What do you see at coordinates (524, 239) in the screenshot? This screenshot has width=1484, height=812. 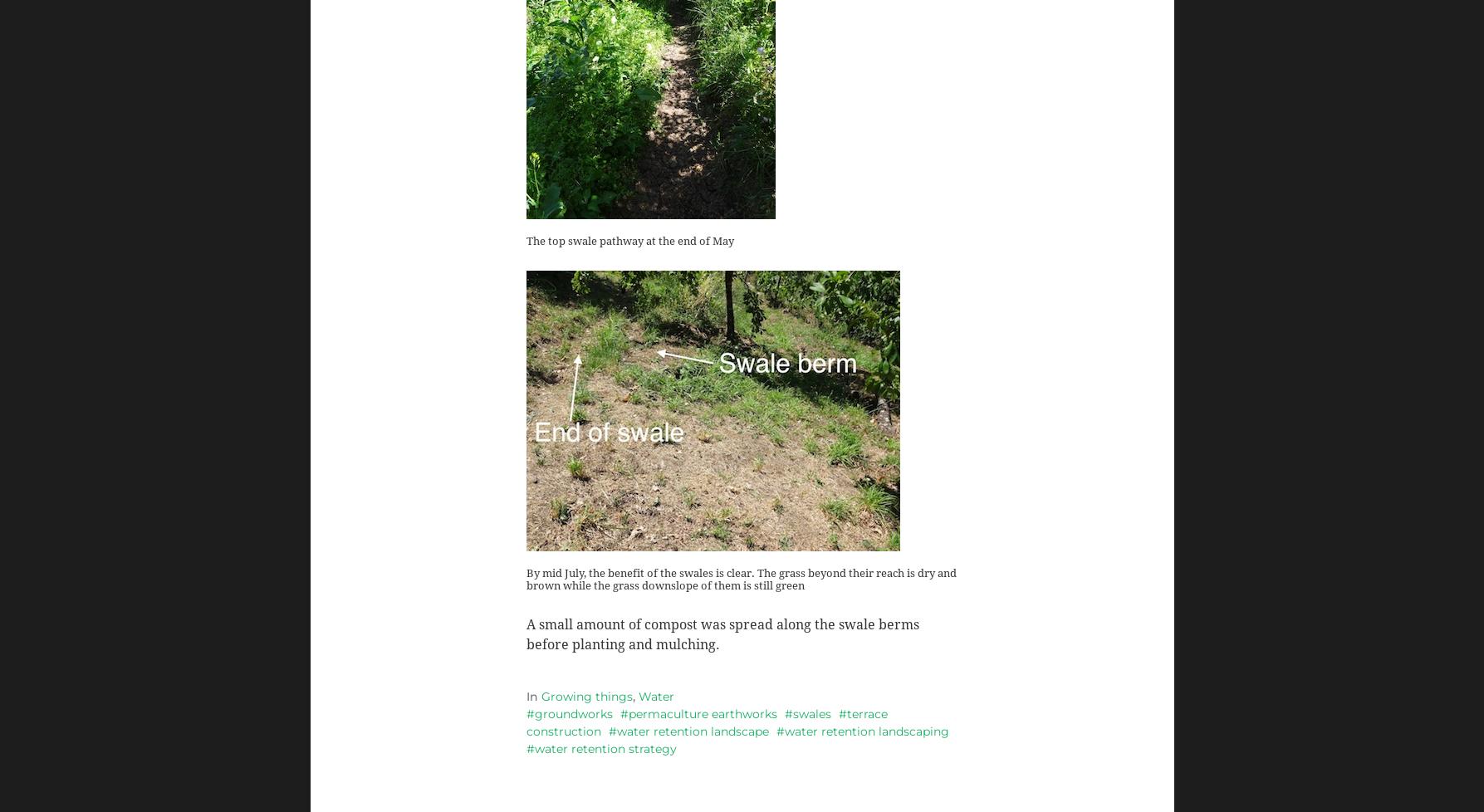 I see `'The top swale pathway at the end of May'` at bounding box center [524, 239].